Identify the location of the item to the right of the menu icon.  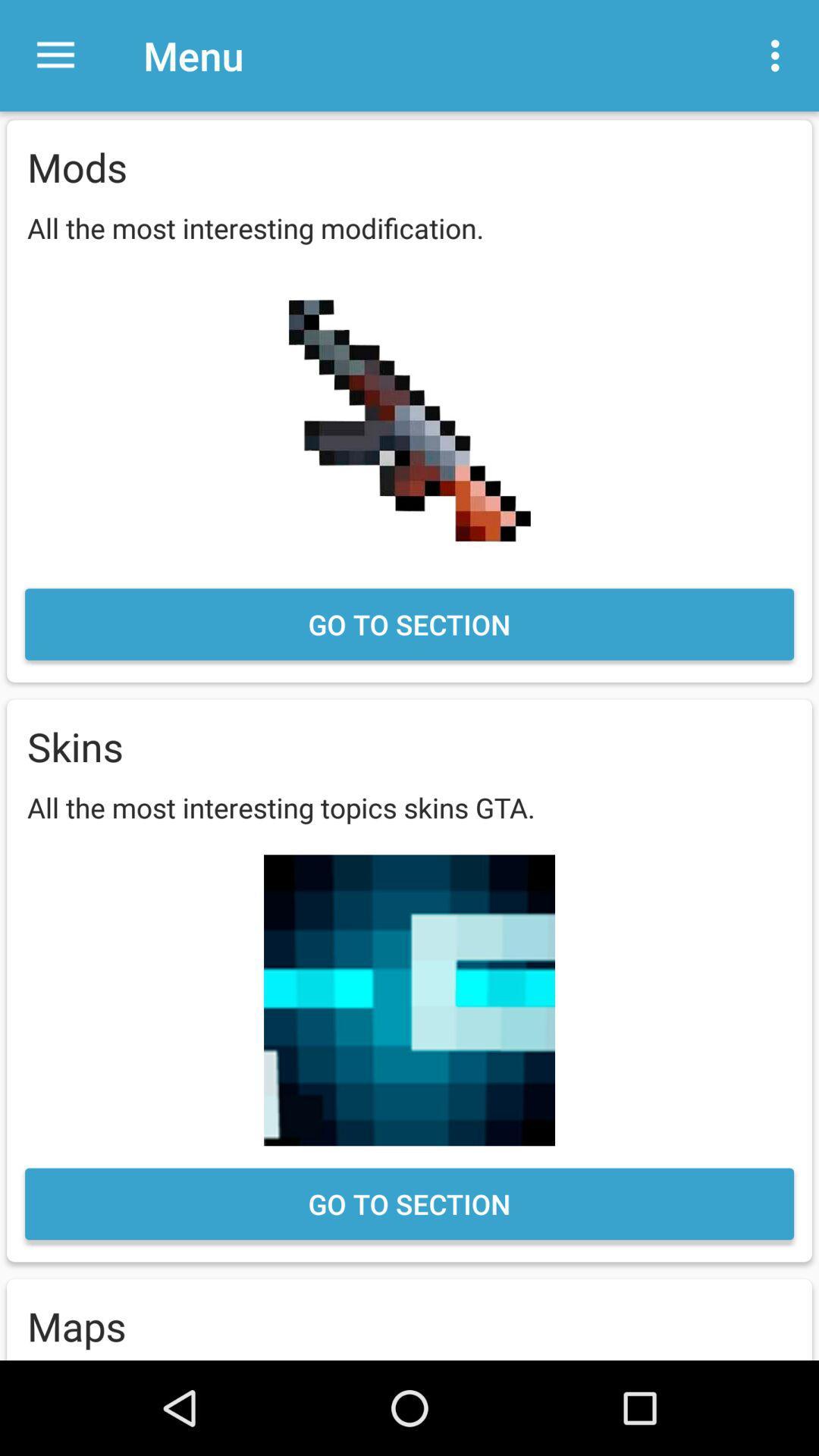
(779, 55).